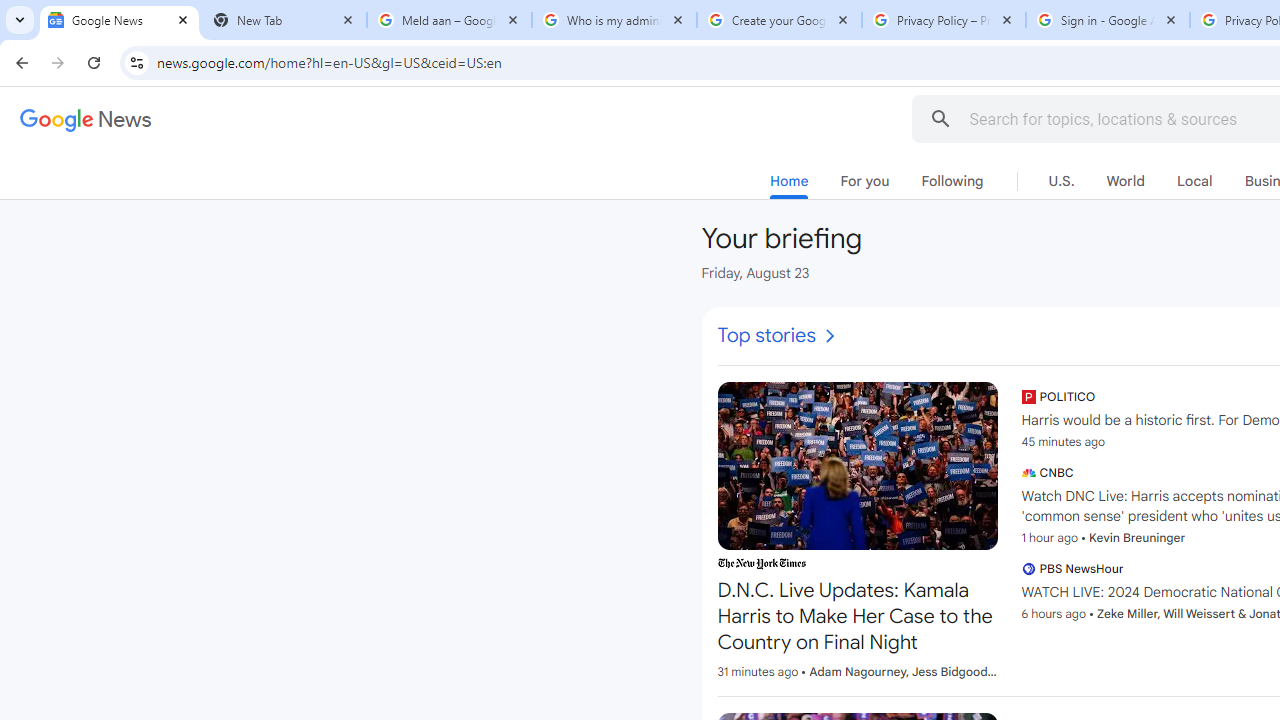 The width and height of the screenshot is (1280, 720). Describe the element at coordinates (1194, 181) in the screenshot. I see `'Local'` at that location.